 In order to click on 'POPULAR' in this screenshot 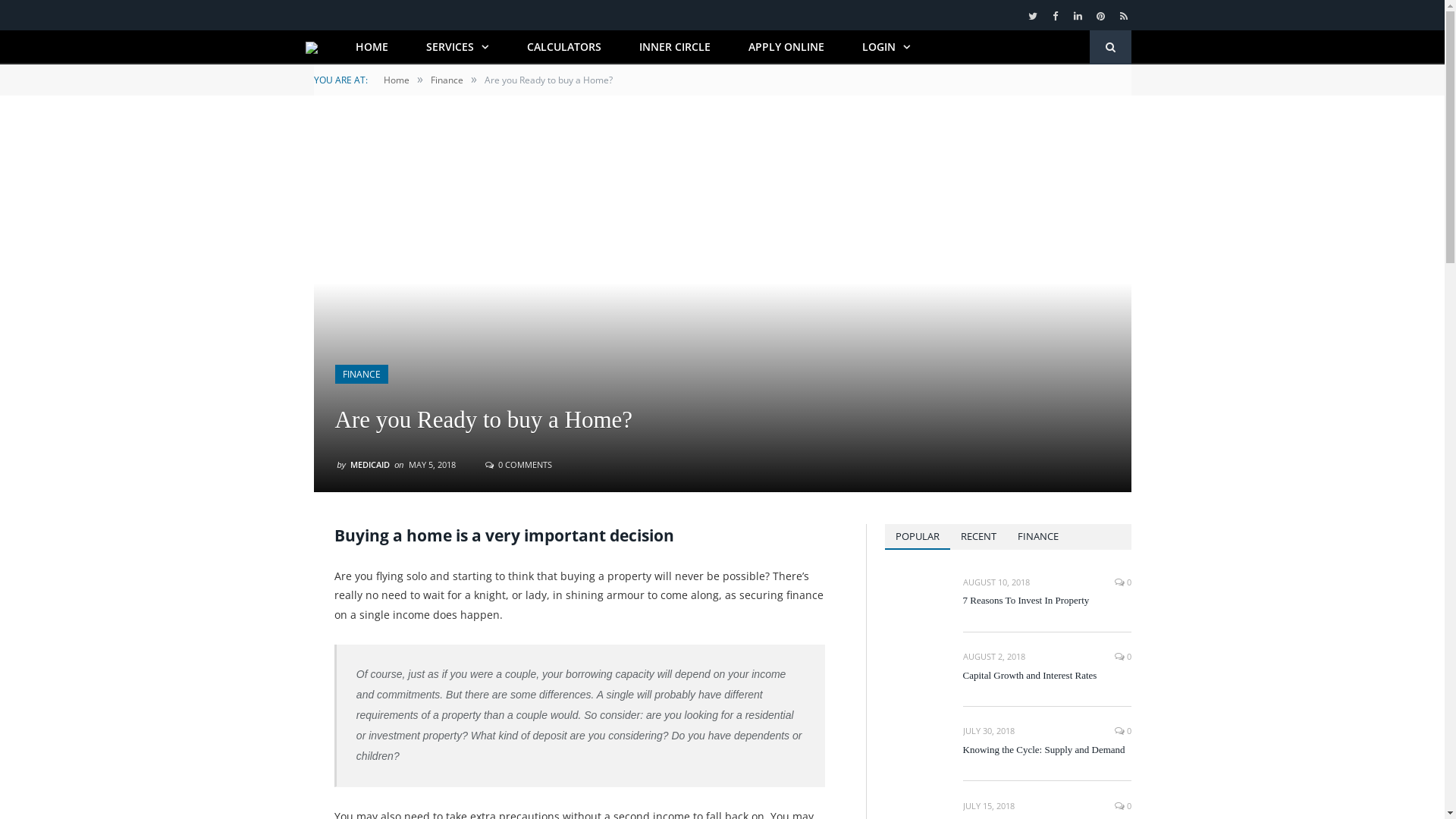, I will do `click(884, 536)`.